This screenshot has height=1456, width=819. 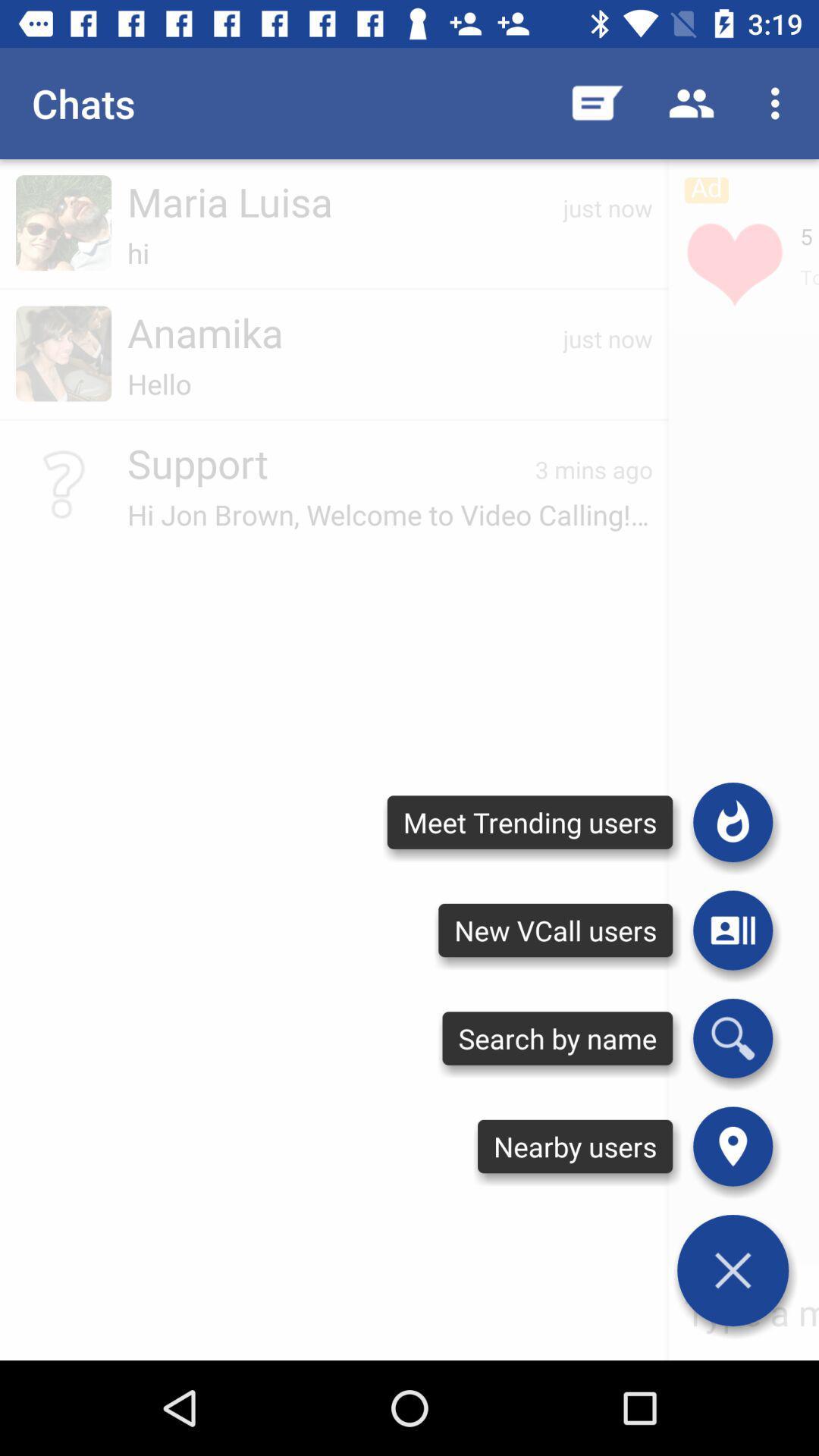 I want to click on the search icon, so click(x=732, y=1037).